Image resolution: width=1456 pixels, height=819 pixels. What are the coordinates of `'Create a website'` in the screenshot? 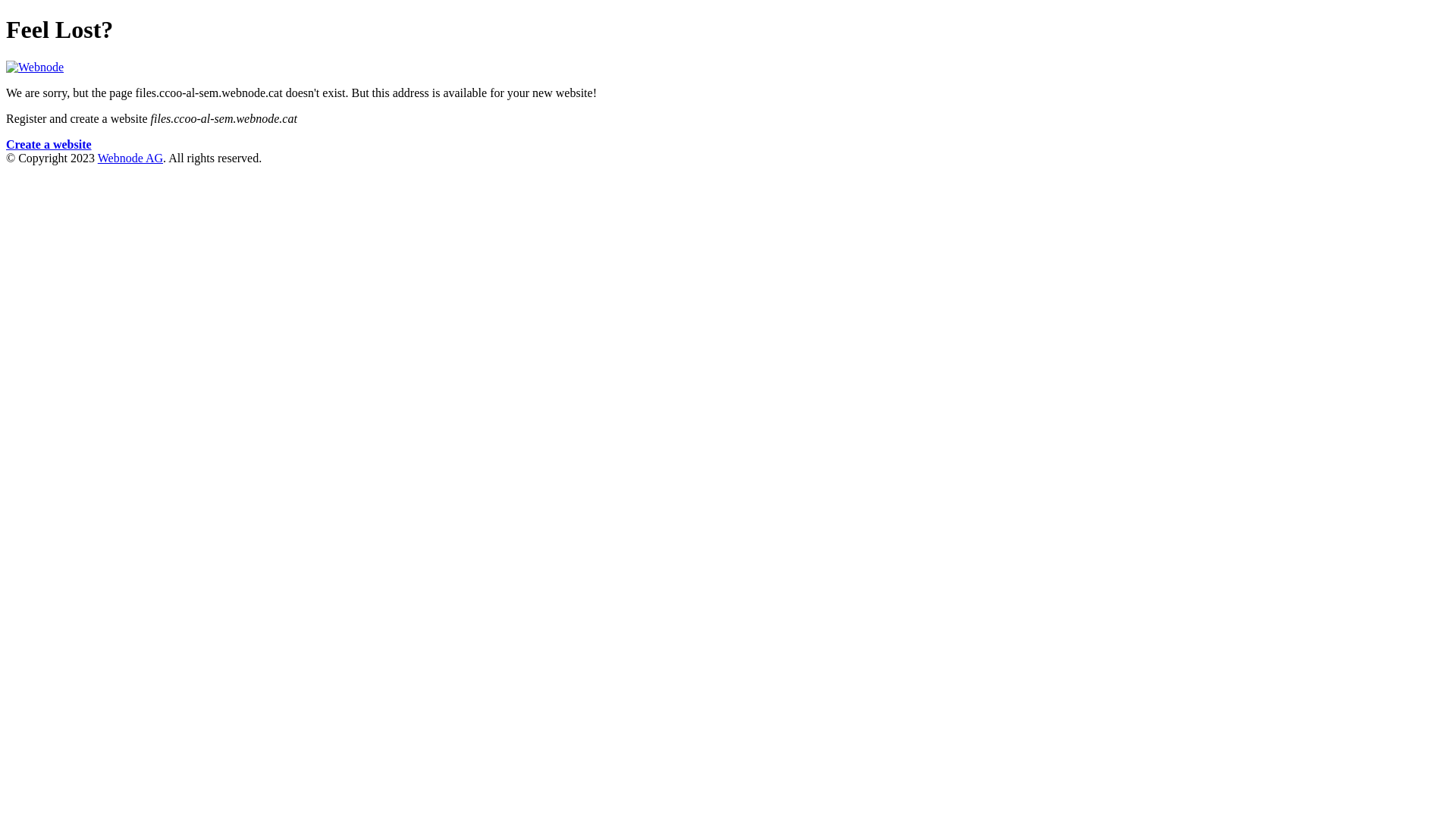 It's located at (49, 144).